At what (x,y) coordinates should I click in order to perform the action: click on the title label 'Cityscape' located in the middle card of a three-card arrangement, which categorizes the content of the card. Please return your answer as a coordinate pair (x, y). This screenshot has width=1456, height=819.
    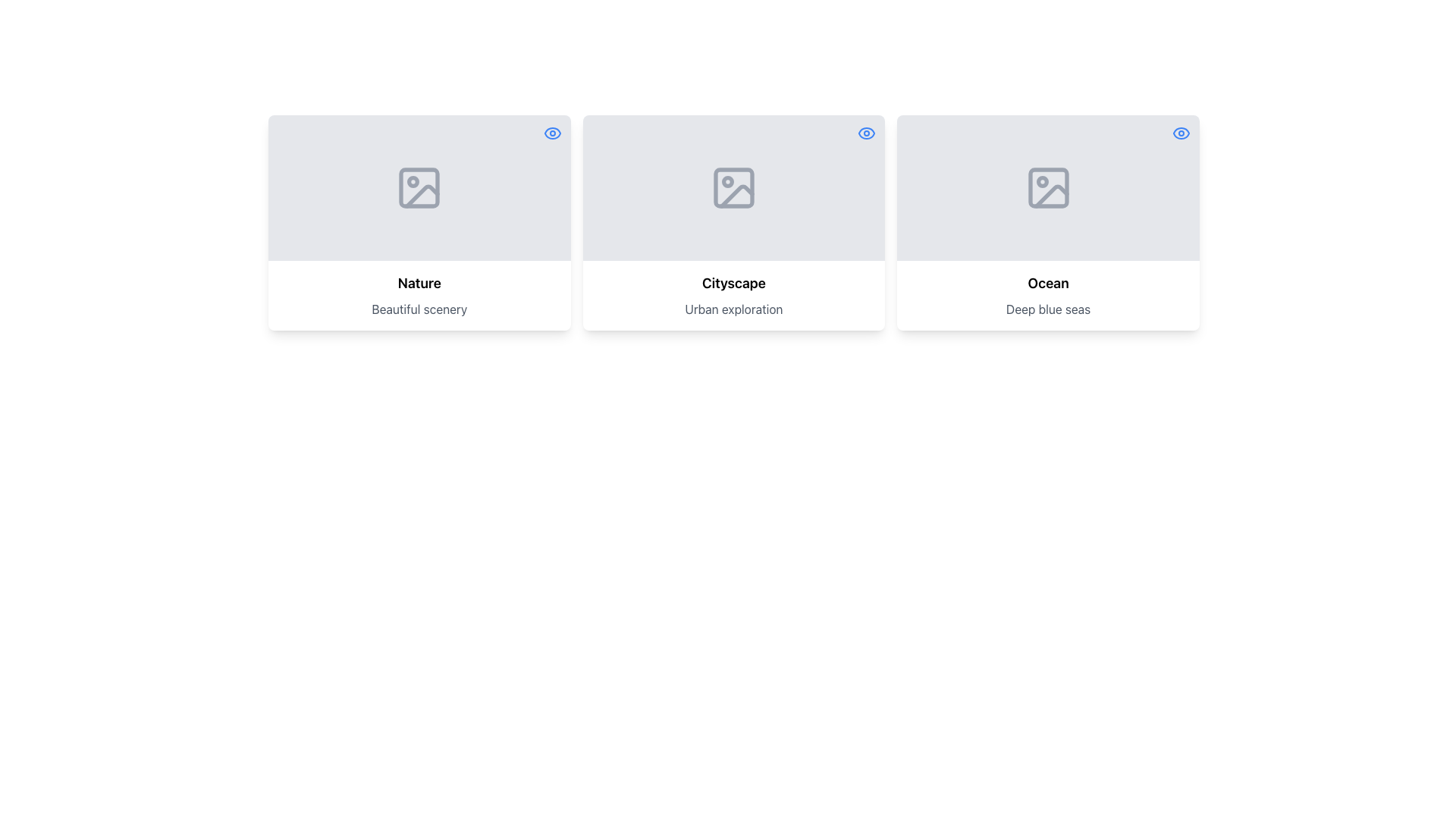
    Looking at the image, I should click on (734, 284).